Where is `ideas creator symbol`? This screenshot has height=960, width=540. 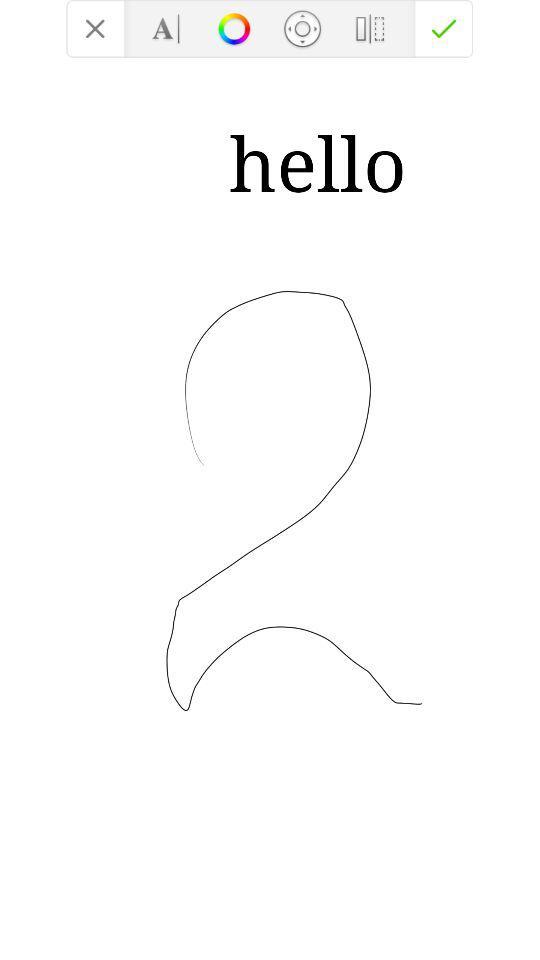 ideas creator symbol is located at coordinates (233, 27).